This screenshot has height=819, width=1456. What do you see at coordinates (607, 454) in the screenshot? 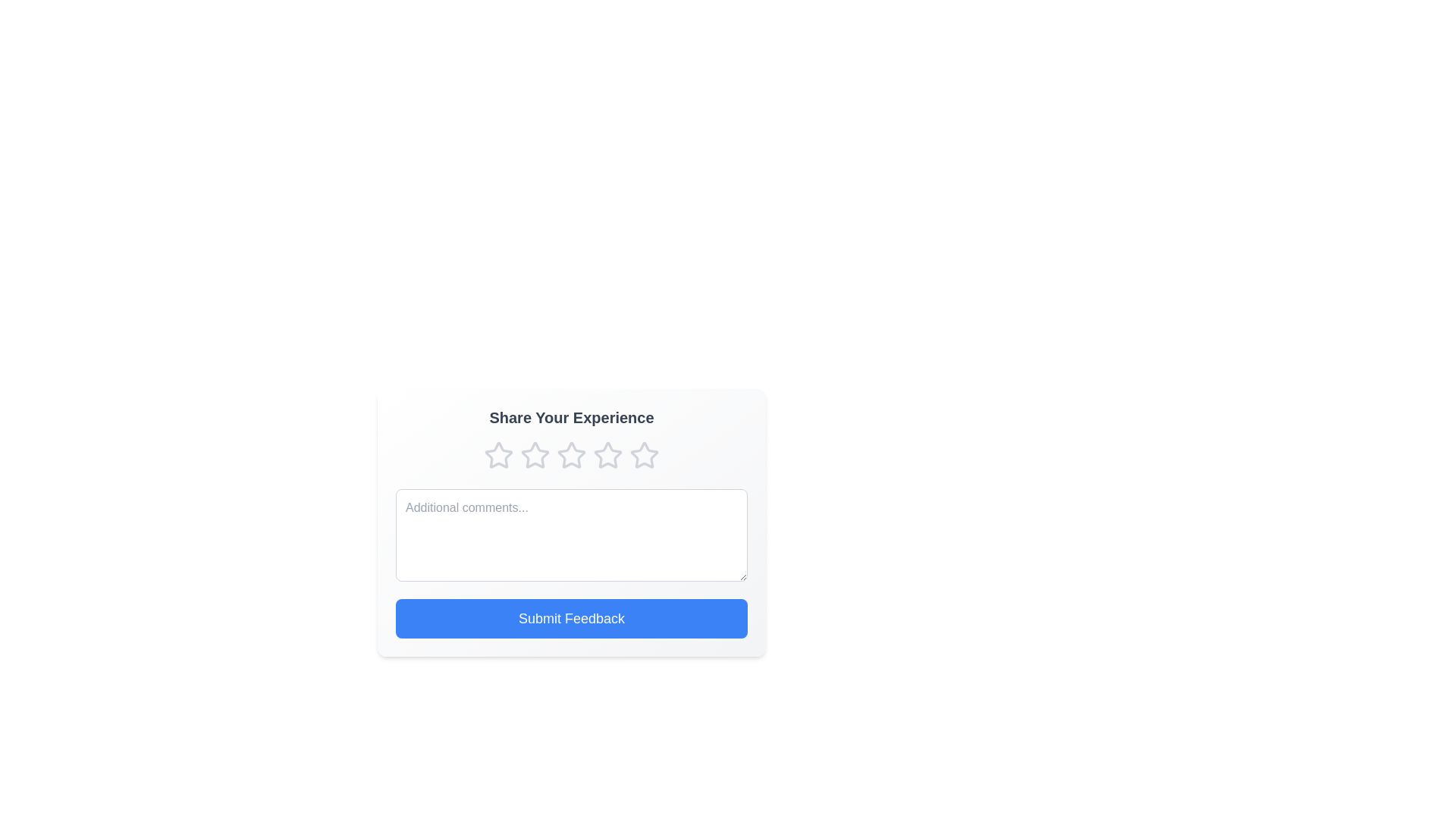
I see `the fourth star icon for rating` at bounding box center [607, 454].